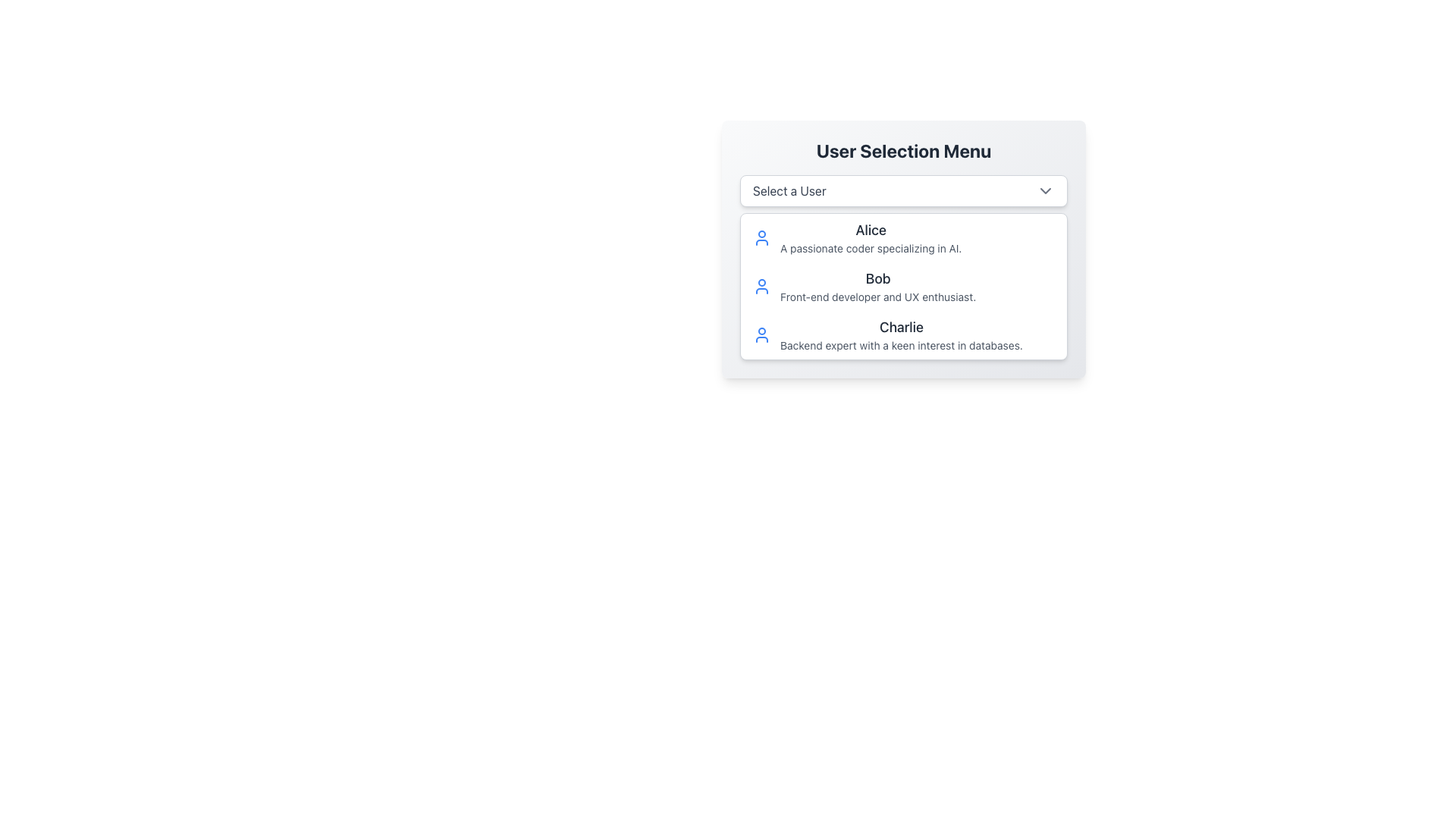 The height and width of the screenshot is (819, 1456). I want to click on the first user profile list item displaying the name 'Alice' and description 'A passionate coder specializing in AI.', so click(871, 237).